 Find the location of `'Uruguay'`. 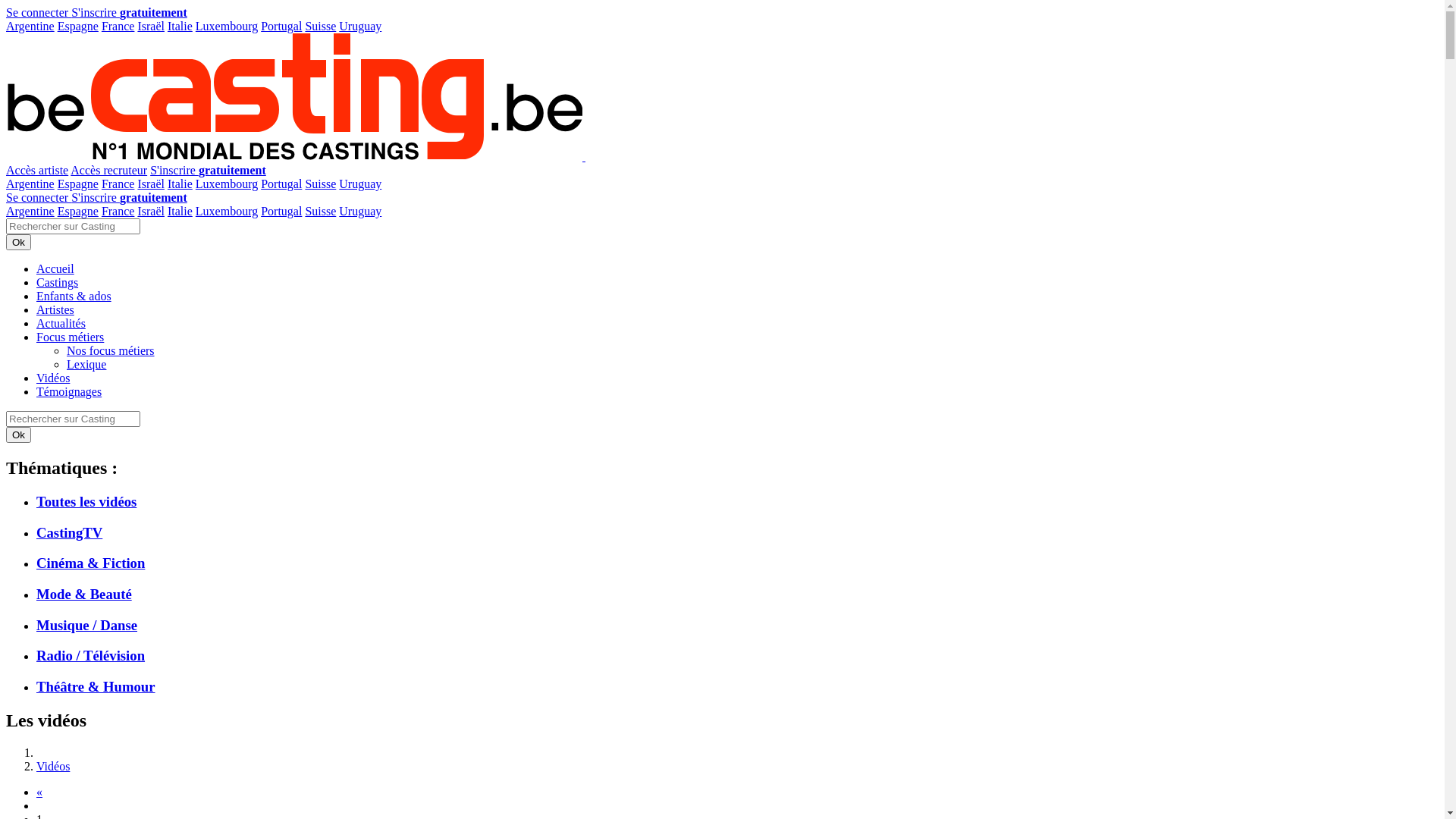

'Uruguay' is located at coordinates (337, 211).